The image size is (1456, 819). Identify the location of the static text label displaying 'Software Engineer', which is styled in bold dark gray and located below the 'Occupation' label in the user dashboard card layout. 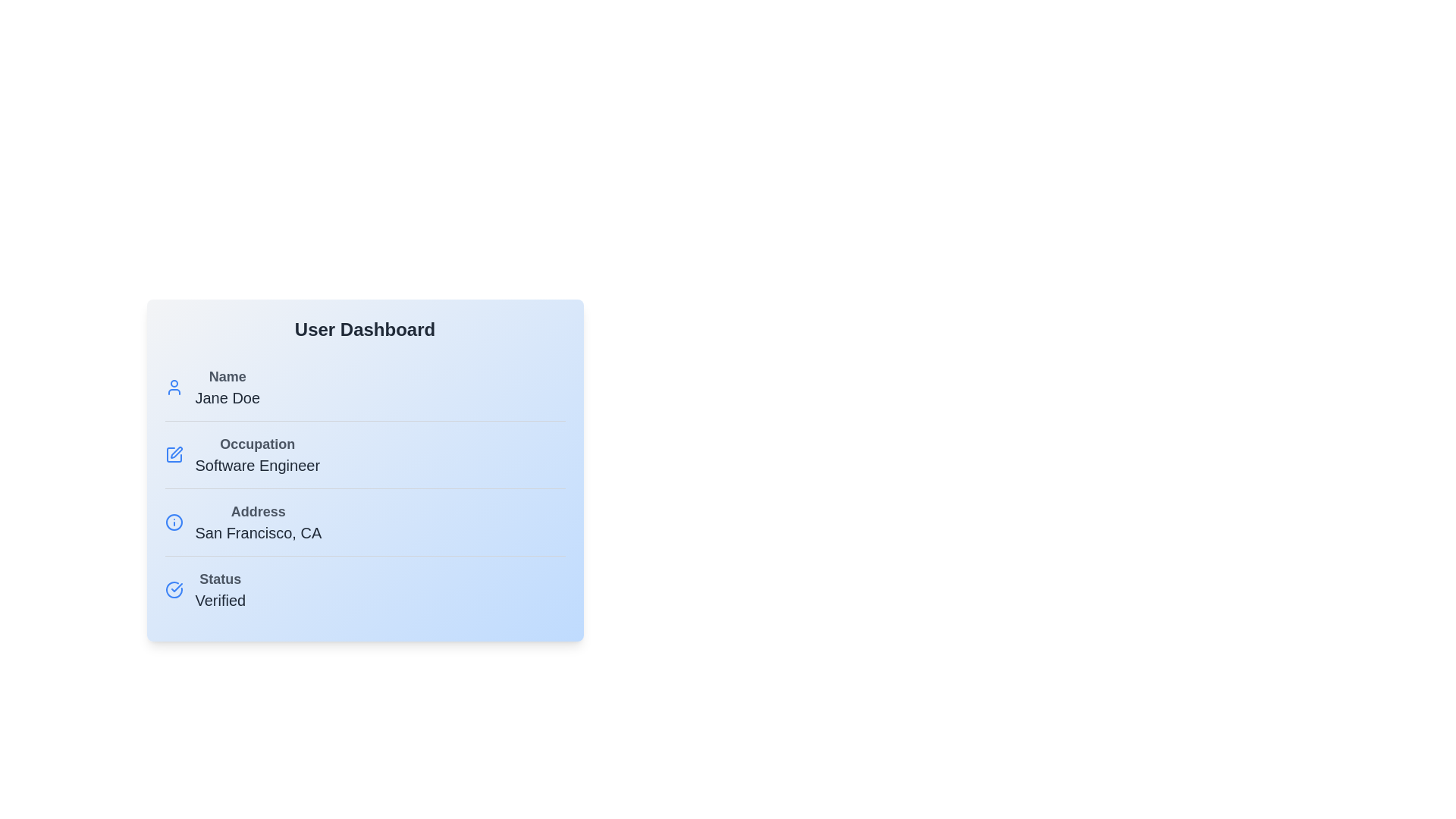
(257, 464).